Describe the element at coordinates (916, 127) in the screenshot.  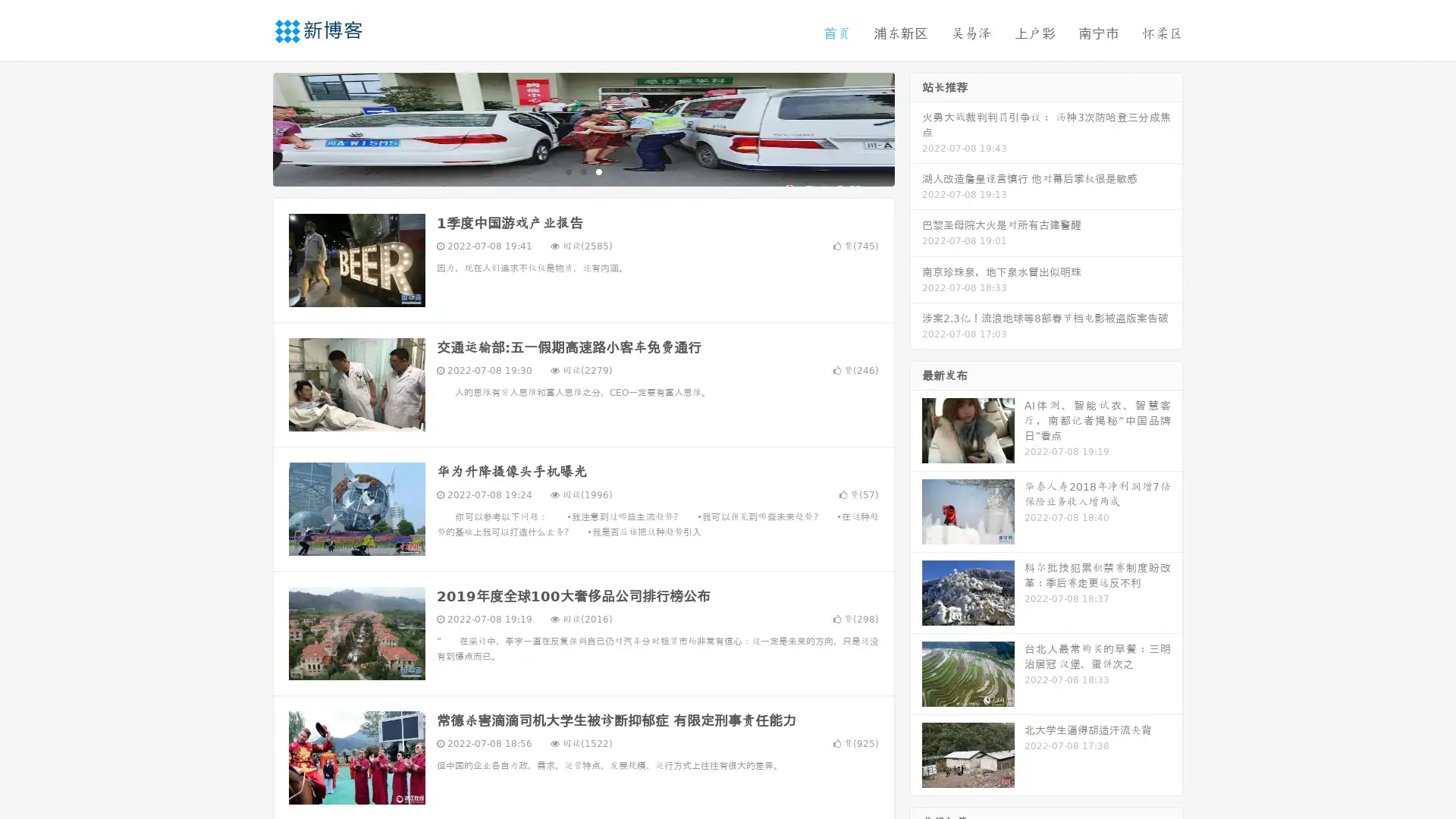
I see `Next slide` at that location.